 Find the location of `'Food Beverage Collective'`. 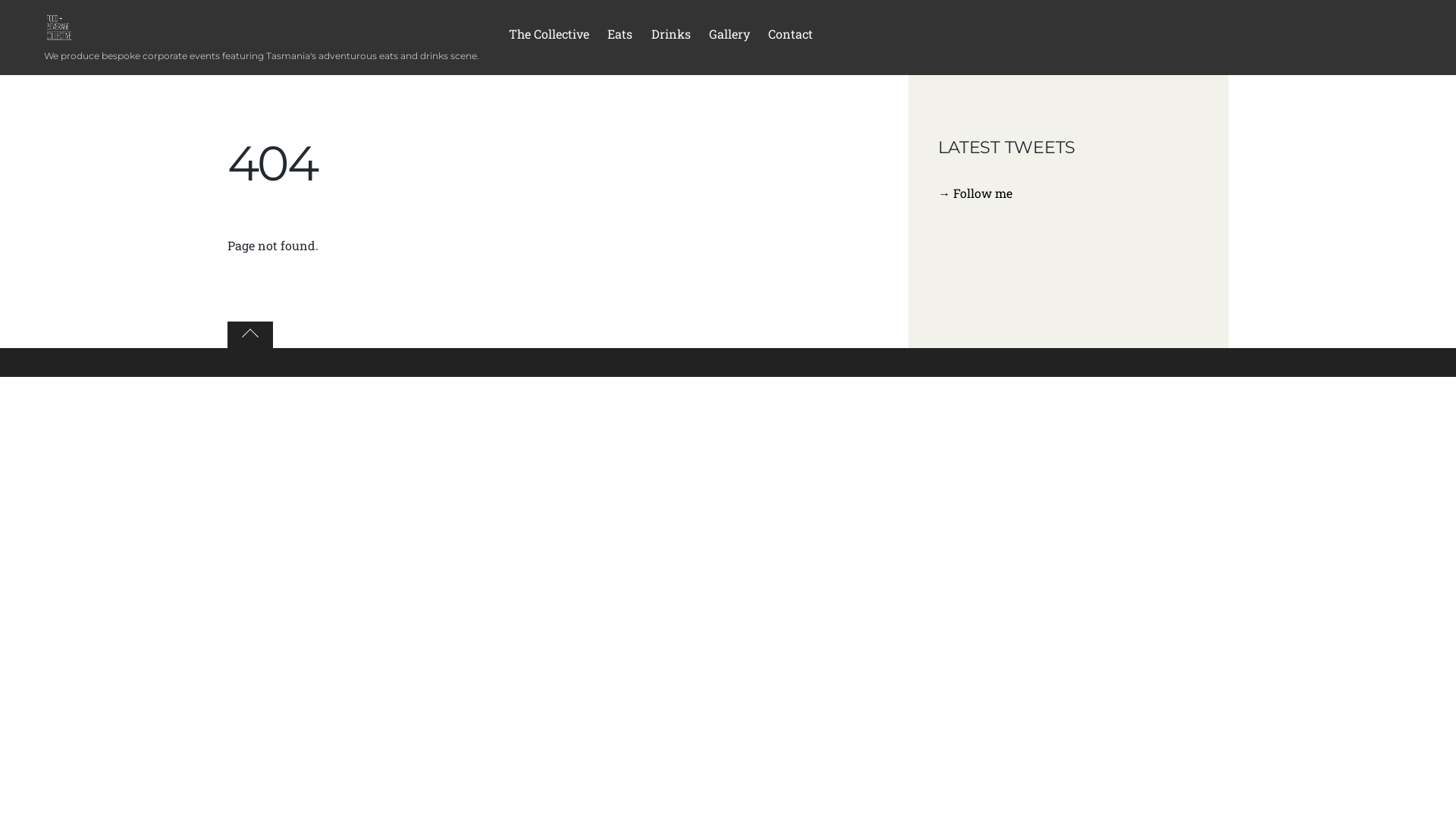

'Food Beverage Collective' is located at coordinates (58, 27).